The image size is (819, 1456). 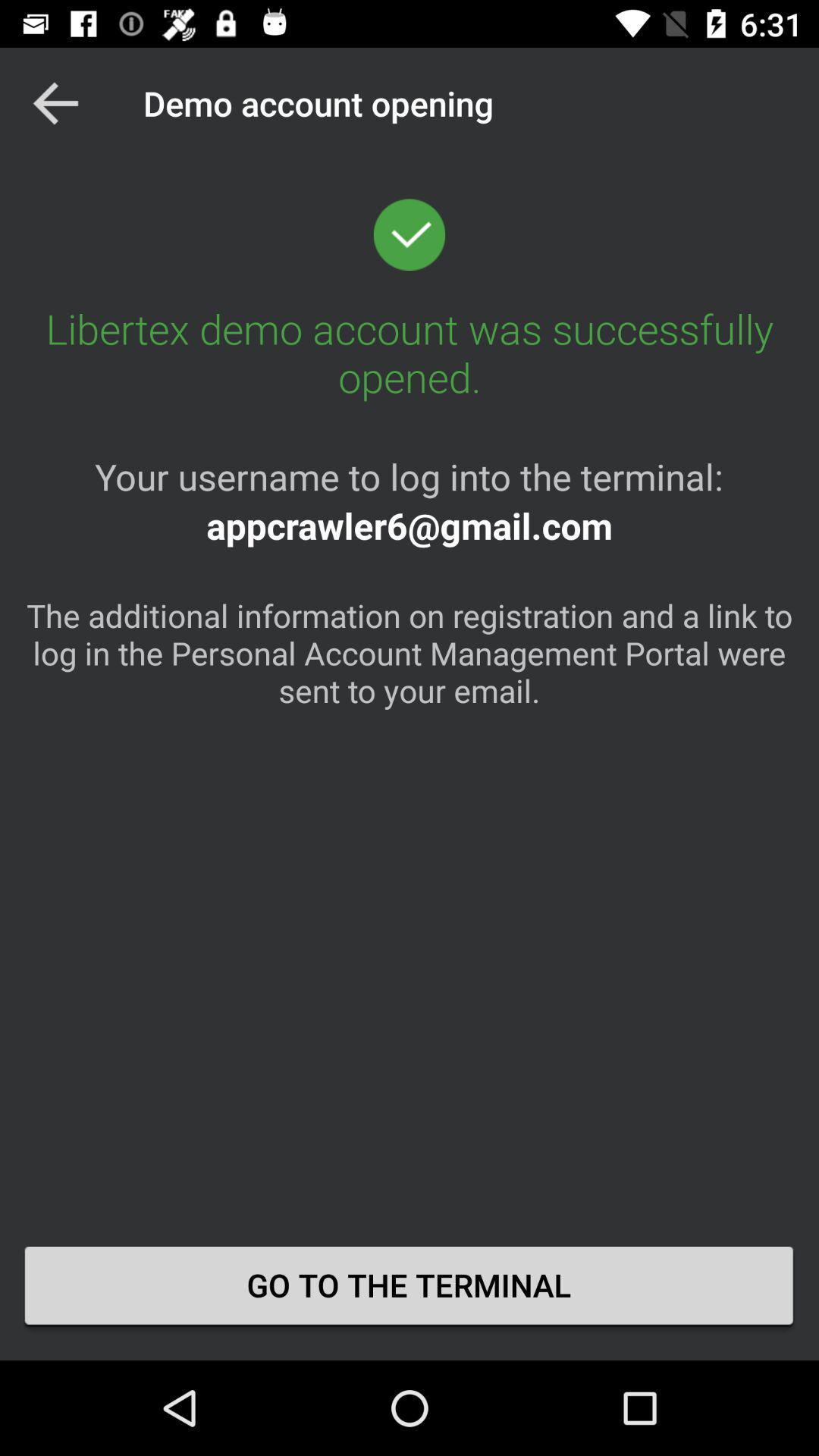 What do you see at coordinates (55, 102) in the screenshot?
I see `icon above the libertex demo account` at bounding box center [55, 102].